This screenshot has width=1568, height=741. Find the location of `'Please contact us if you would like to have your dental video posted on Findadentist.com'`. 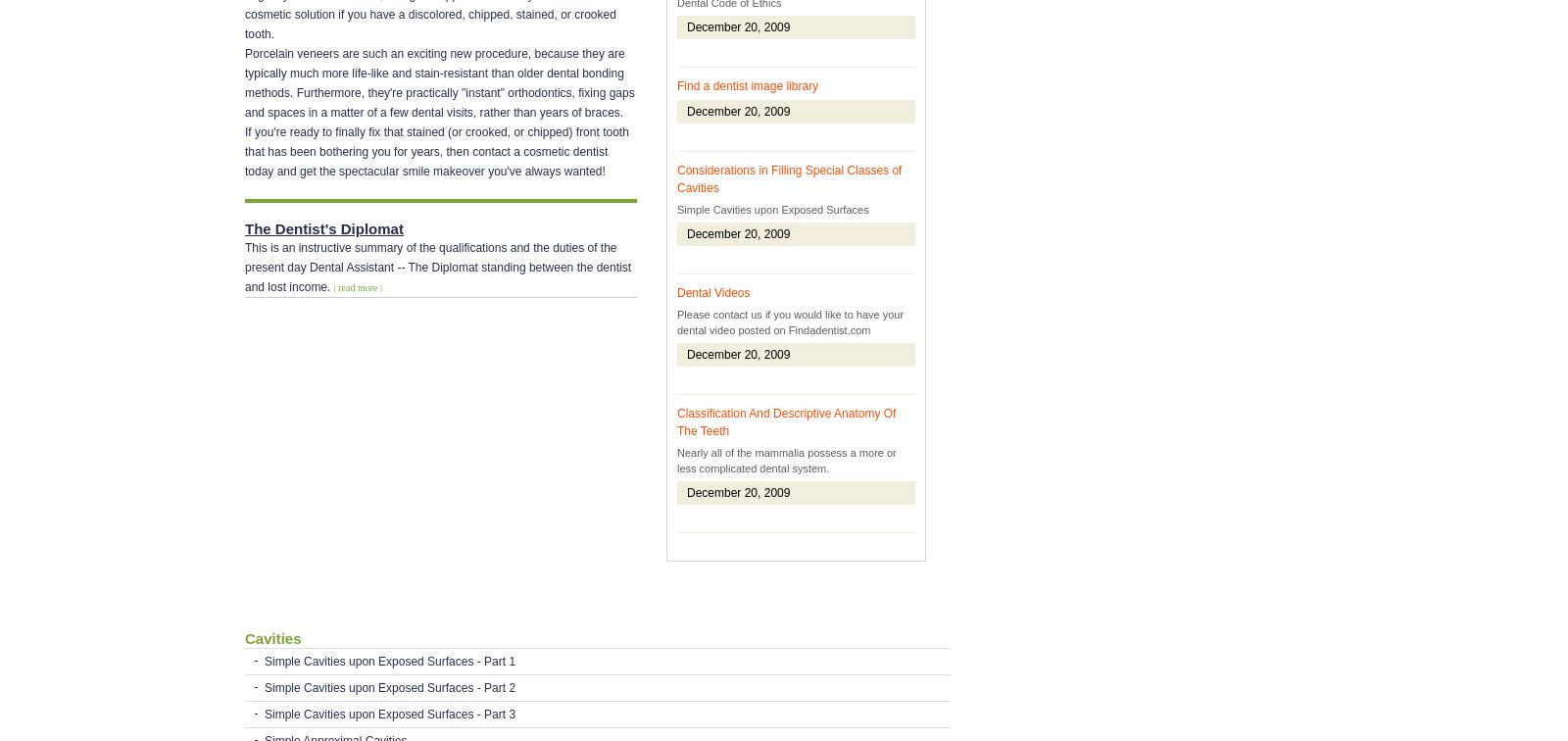

'Please contact us if you would like to have your dental video posted on Findadentist.com' is located at coordinates (789, 322).